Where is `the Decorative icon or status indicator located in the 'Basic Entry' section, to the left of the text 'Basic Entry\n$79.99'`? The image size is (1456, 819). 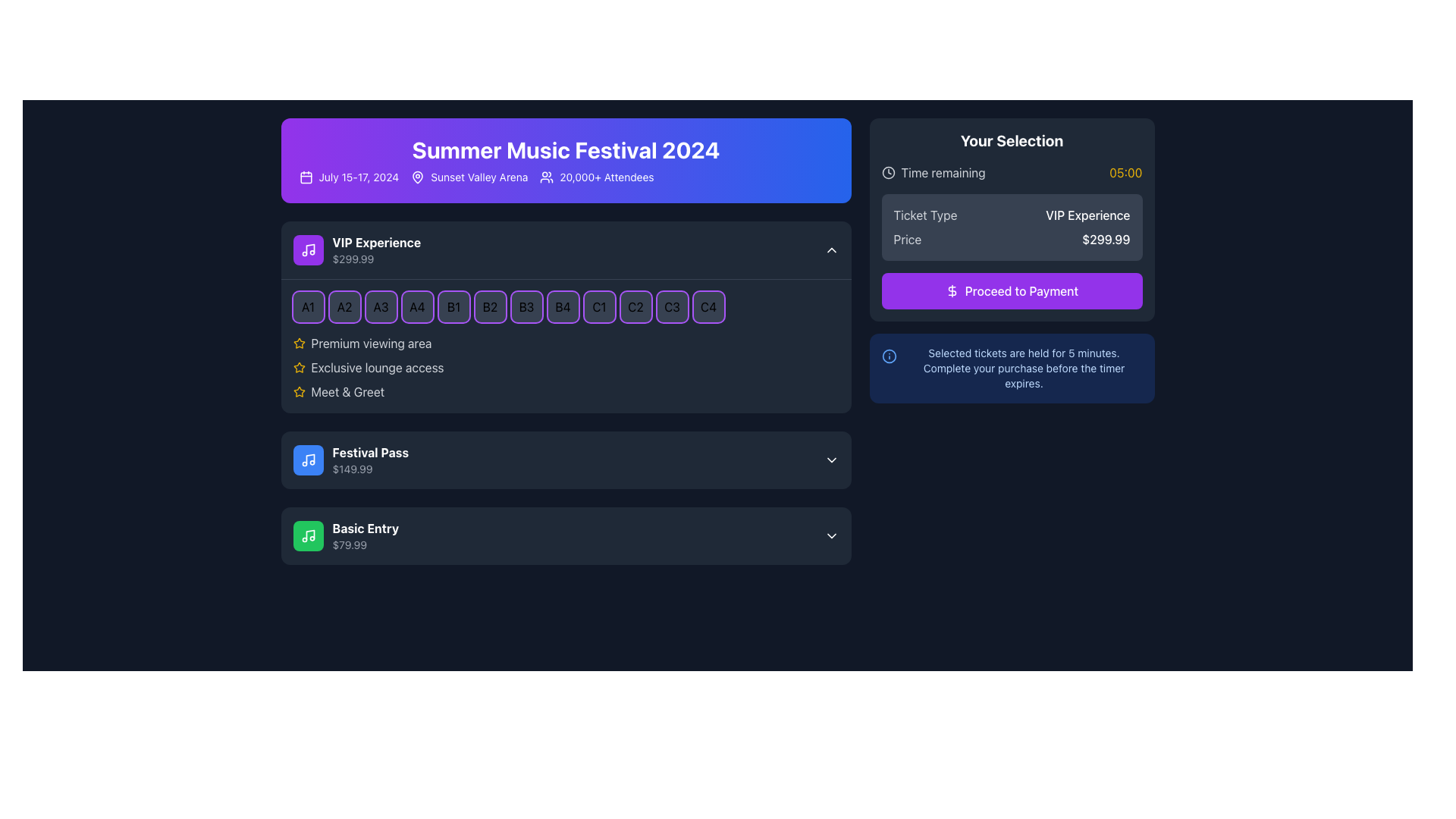 the Decorative icon or status indicator located in the 'Basic Entry' section, to the left of the text 'Basic Entry\n$79.99' is located at coordinates (307, 535).